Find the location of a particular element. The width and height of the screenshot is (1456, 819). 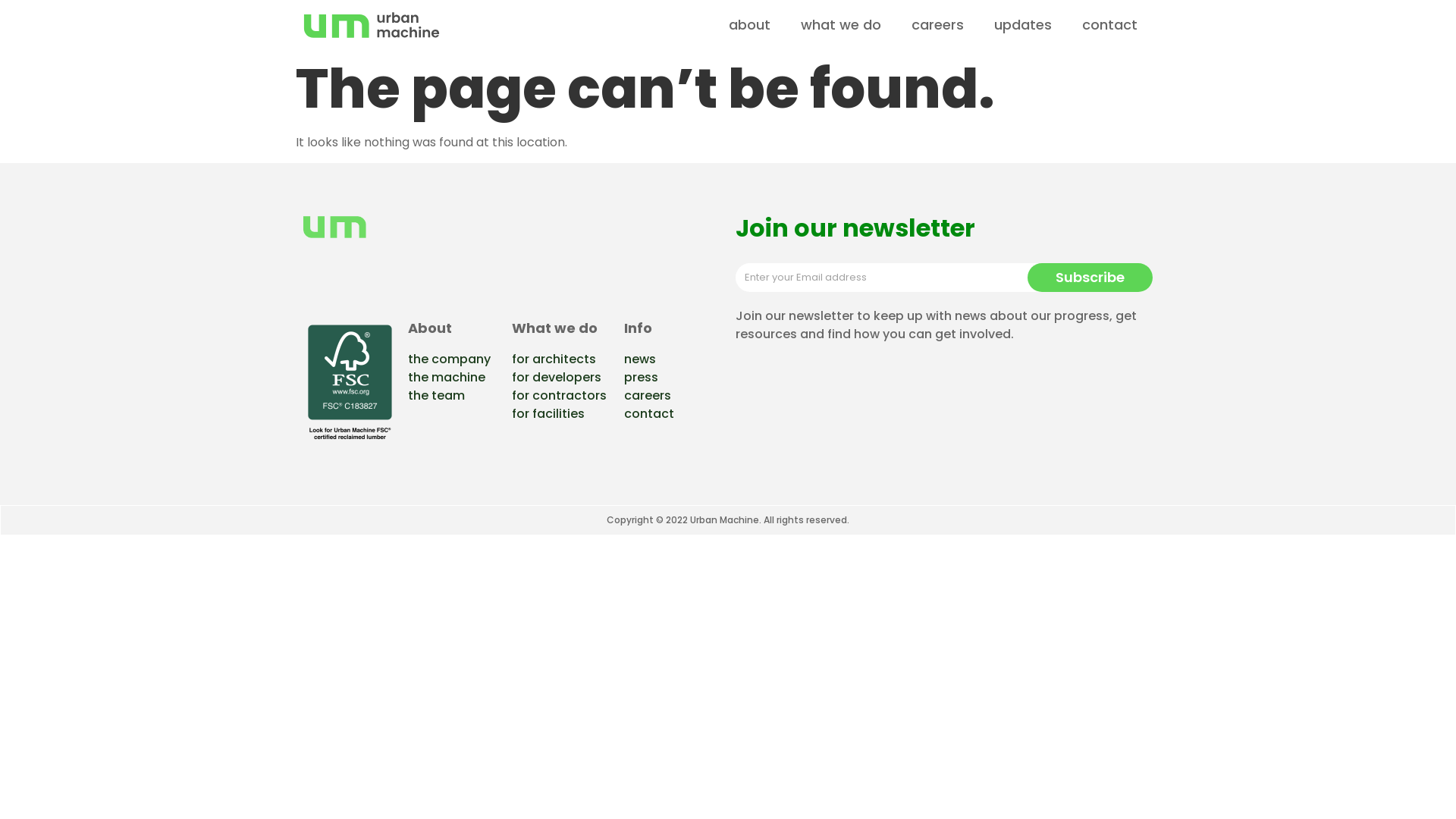

'for contractors' is located at coordinates (558, 394).